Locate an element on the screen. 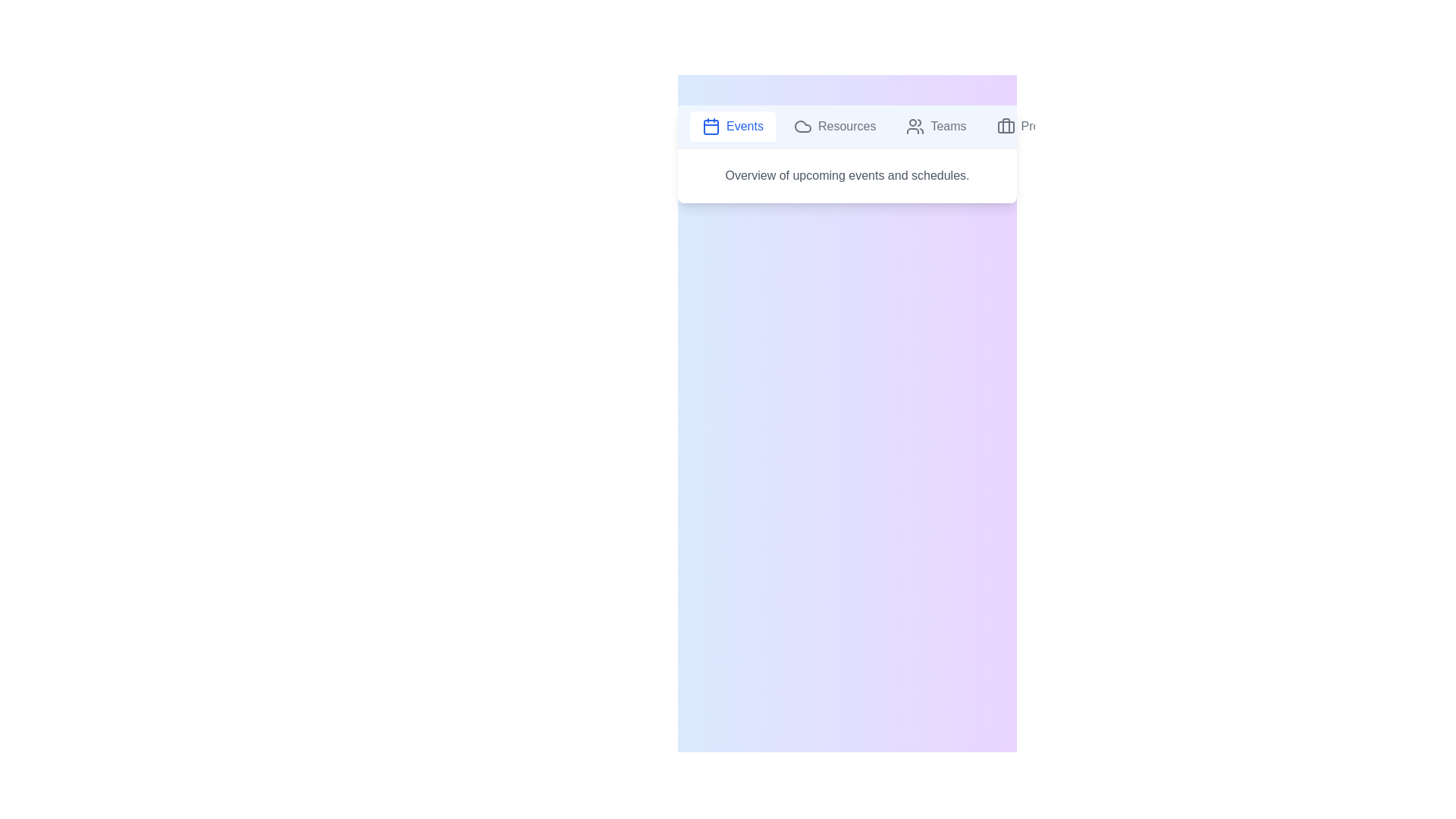 This screenshot has height=819, width=1456. the tab labeled Teams to view its content is located at coordinates (935, 125).